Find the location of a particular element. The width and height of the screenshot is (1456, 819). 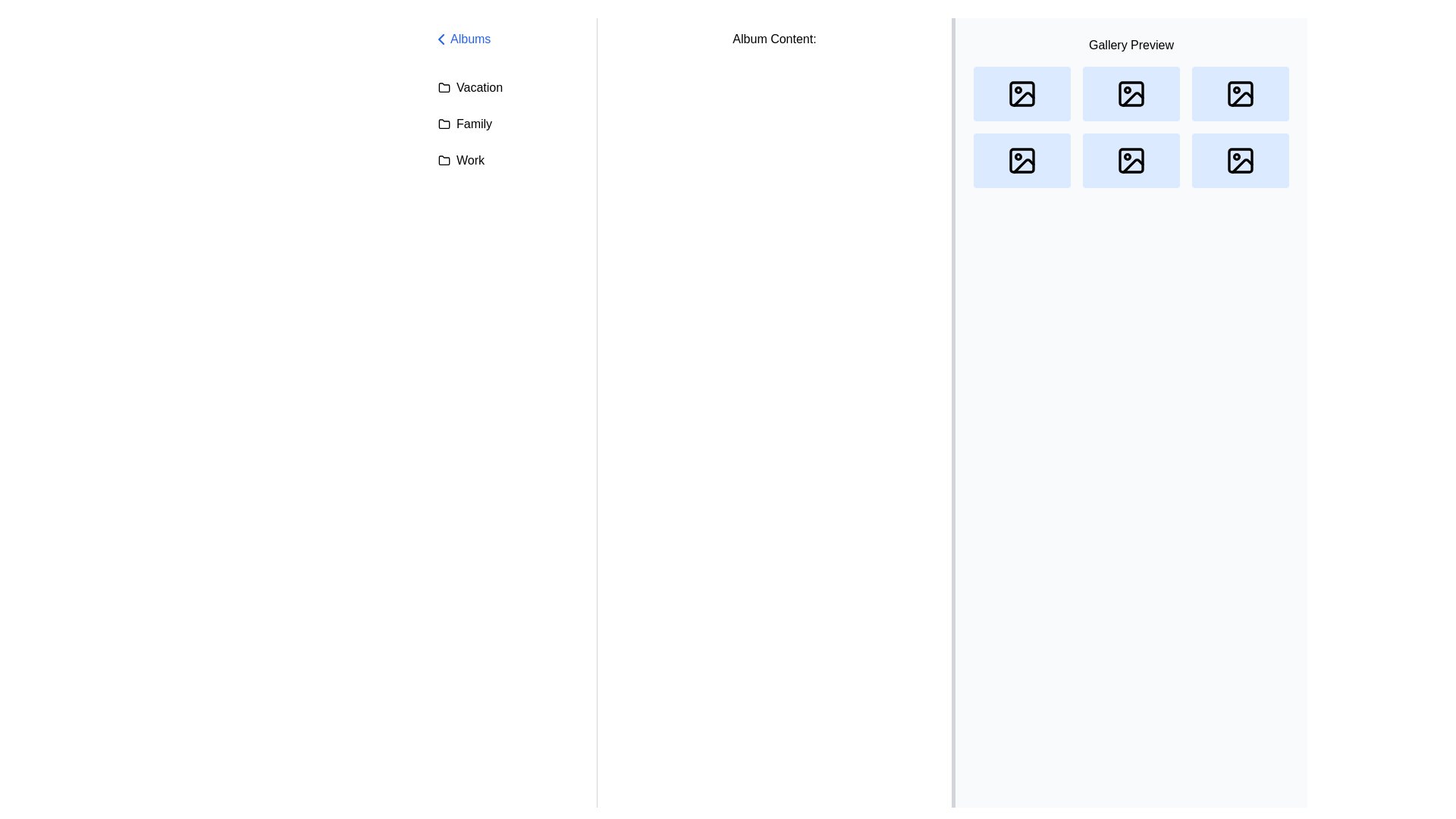

the Icon-like Shape (Rounded Rectangle) located in the bottom-right section of the 'Gallery Preview' with a size of 18x18 pixels is located at coordinates (1241, 161).